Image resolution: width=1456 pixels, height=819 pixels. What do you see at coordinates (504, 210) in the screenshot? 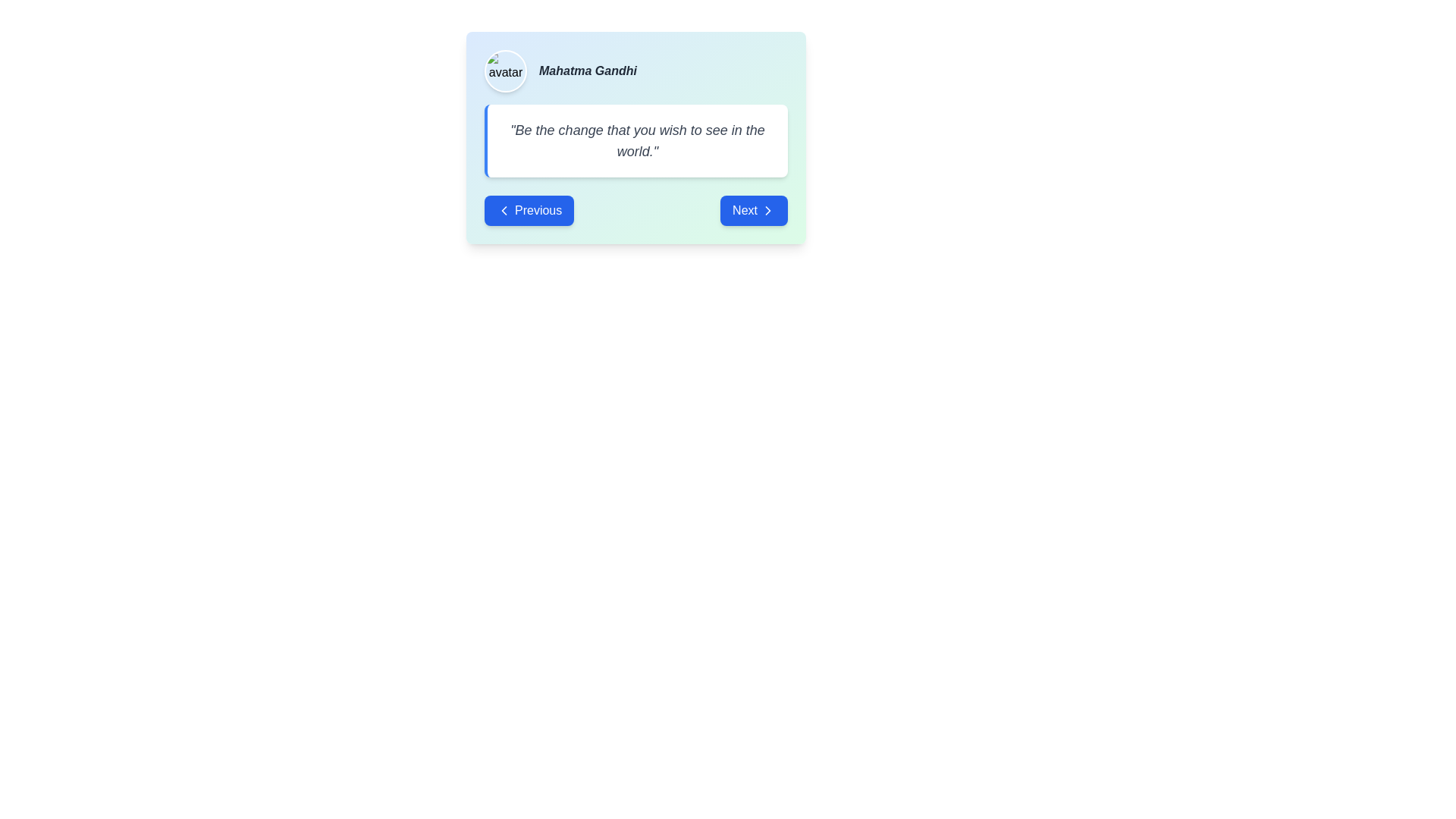
I see `the left-facing chevron icon that is part of the navigation control, located next to the 'Previous' button` at bounding box center [504, 210].